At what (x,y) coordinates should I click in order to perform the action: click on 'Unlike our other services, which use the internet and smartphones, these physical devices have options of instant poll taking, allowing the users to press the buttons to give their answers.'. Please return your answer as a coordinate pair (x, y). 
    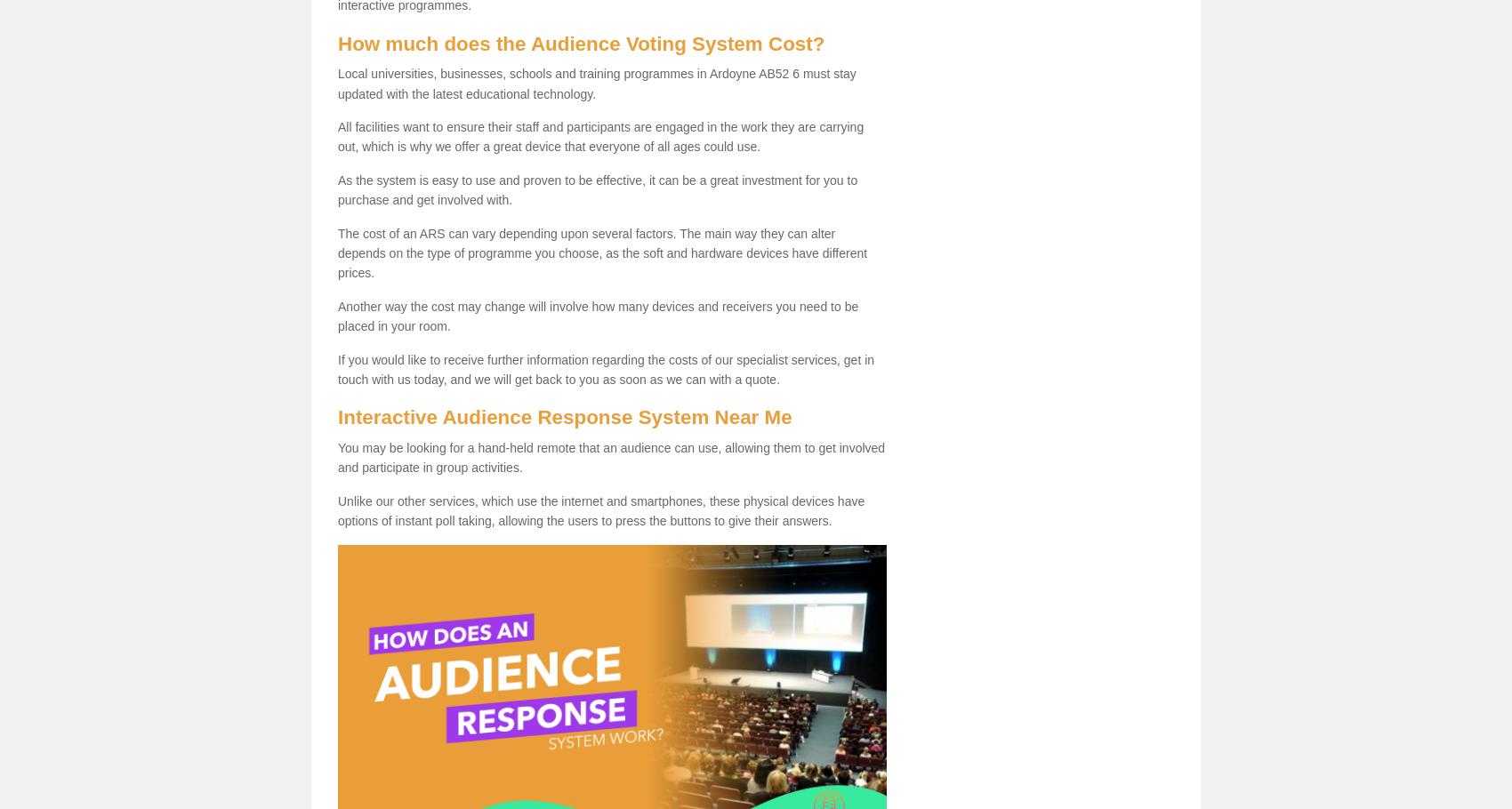
    Looking at the image, I should click on (600, 510).